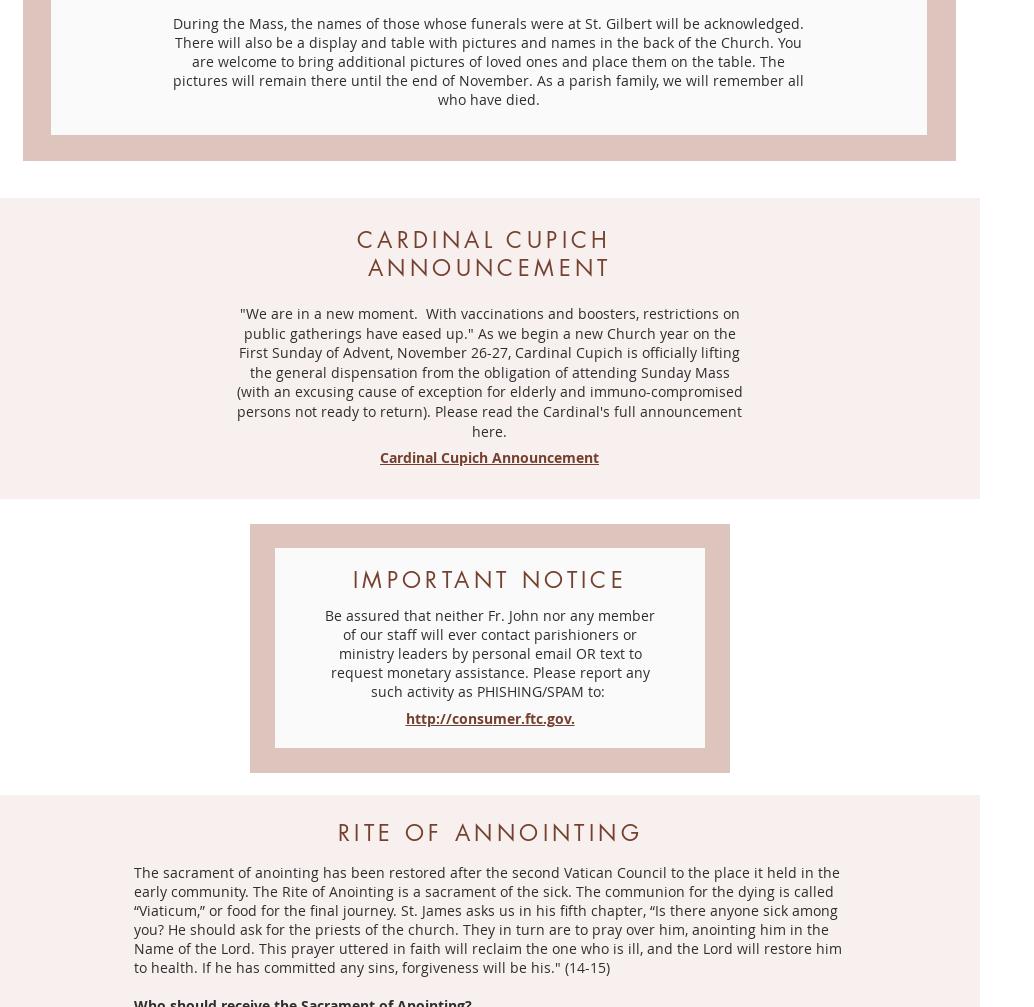 This screenshot has width=1034, height=1007. What do you see at coordinates (489, 830) in the screenshot?
I see `'RITE OF ANNOINTING'` at bounding box center [489, 830].